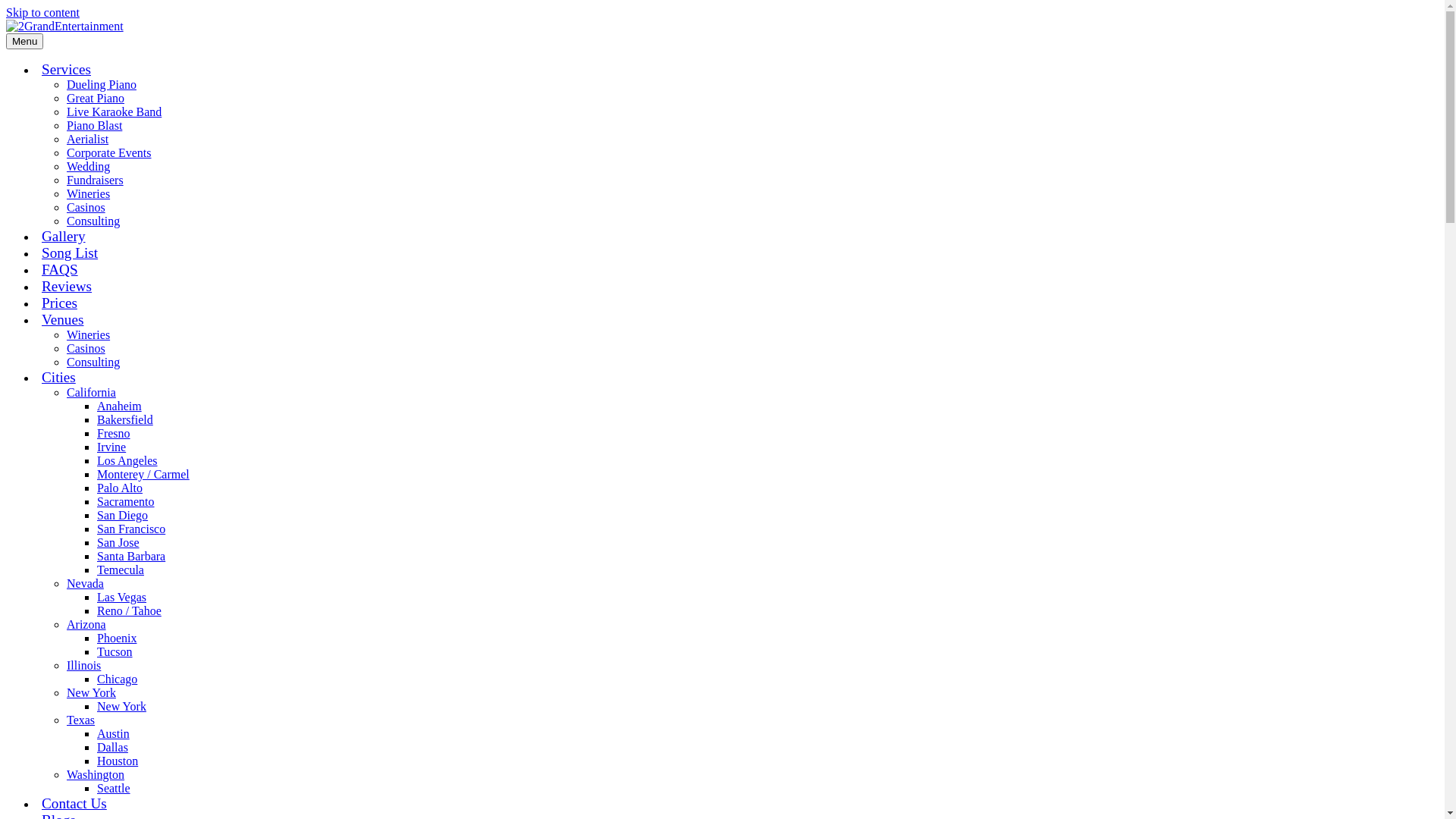 Image resolution: width=1456 pixels, height=819 pixels. Describe the element at coordinates (112, 787) in the screenshot. I see `'Seattle'` at that location.